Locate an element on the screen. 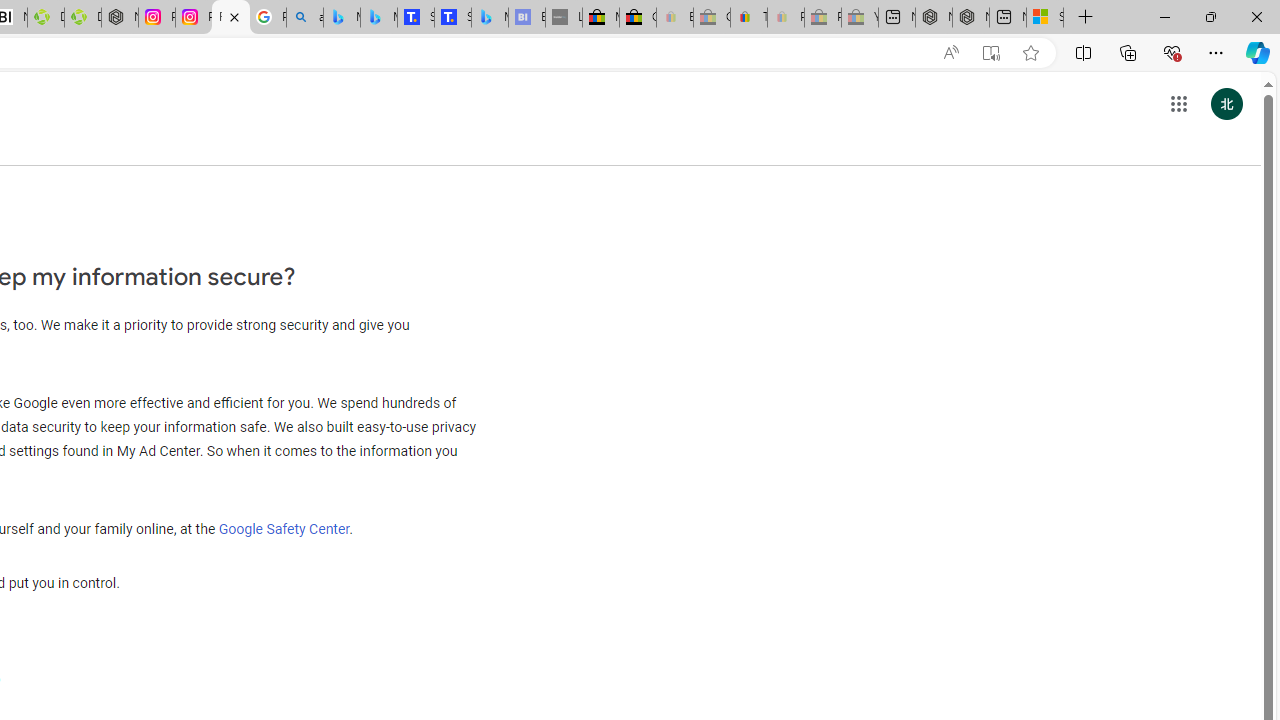 This screenshot has width=1280, height=720. 'alabama high school quarterback dies - Search' is located at coordinates (303, 17).